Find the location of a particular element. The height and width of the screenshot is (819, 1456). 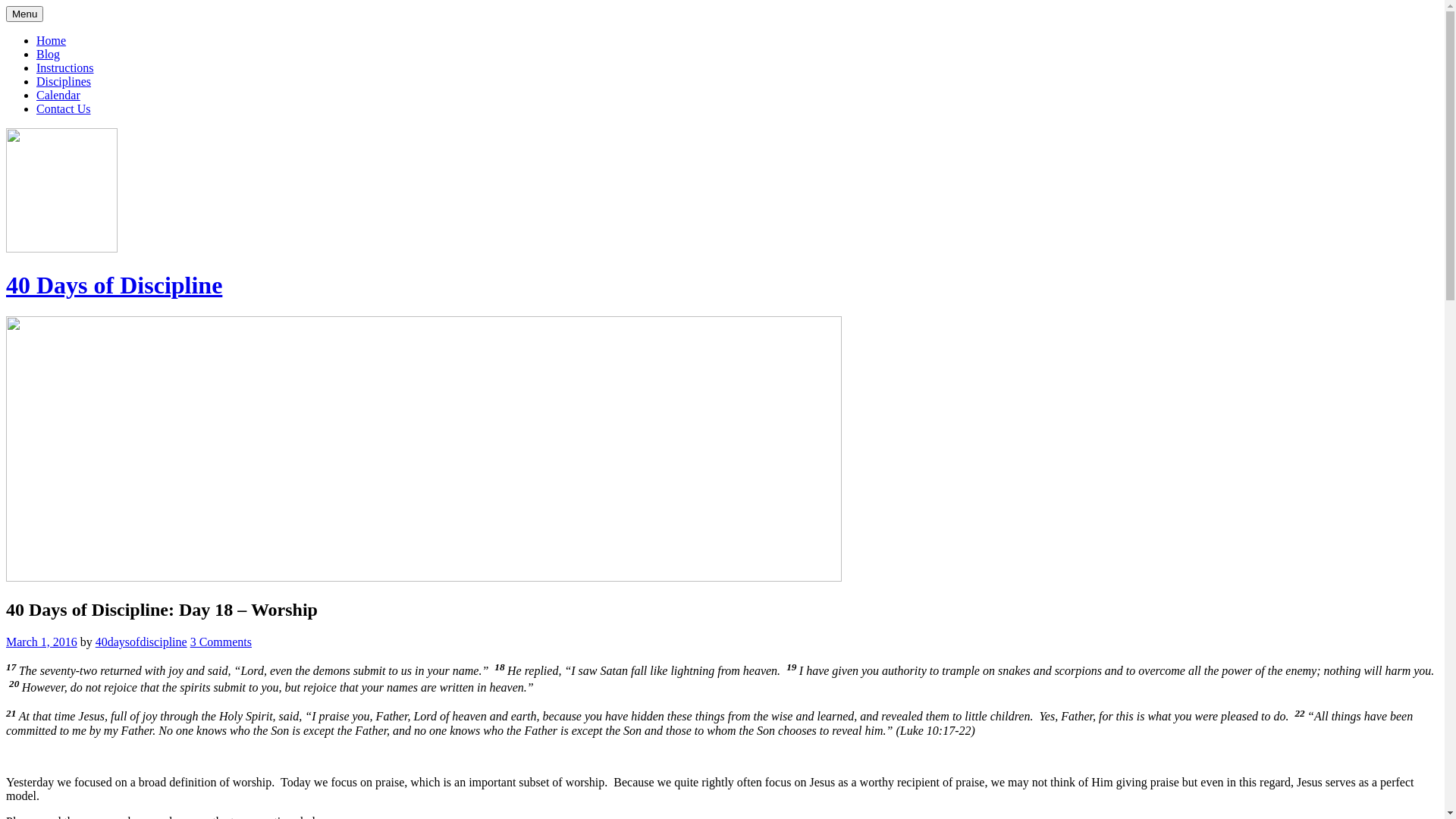

'Instructions' is located at coordinates (64, 67).